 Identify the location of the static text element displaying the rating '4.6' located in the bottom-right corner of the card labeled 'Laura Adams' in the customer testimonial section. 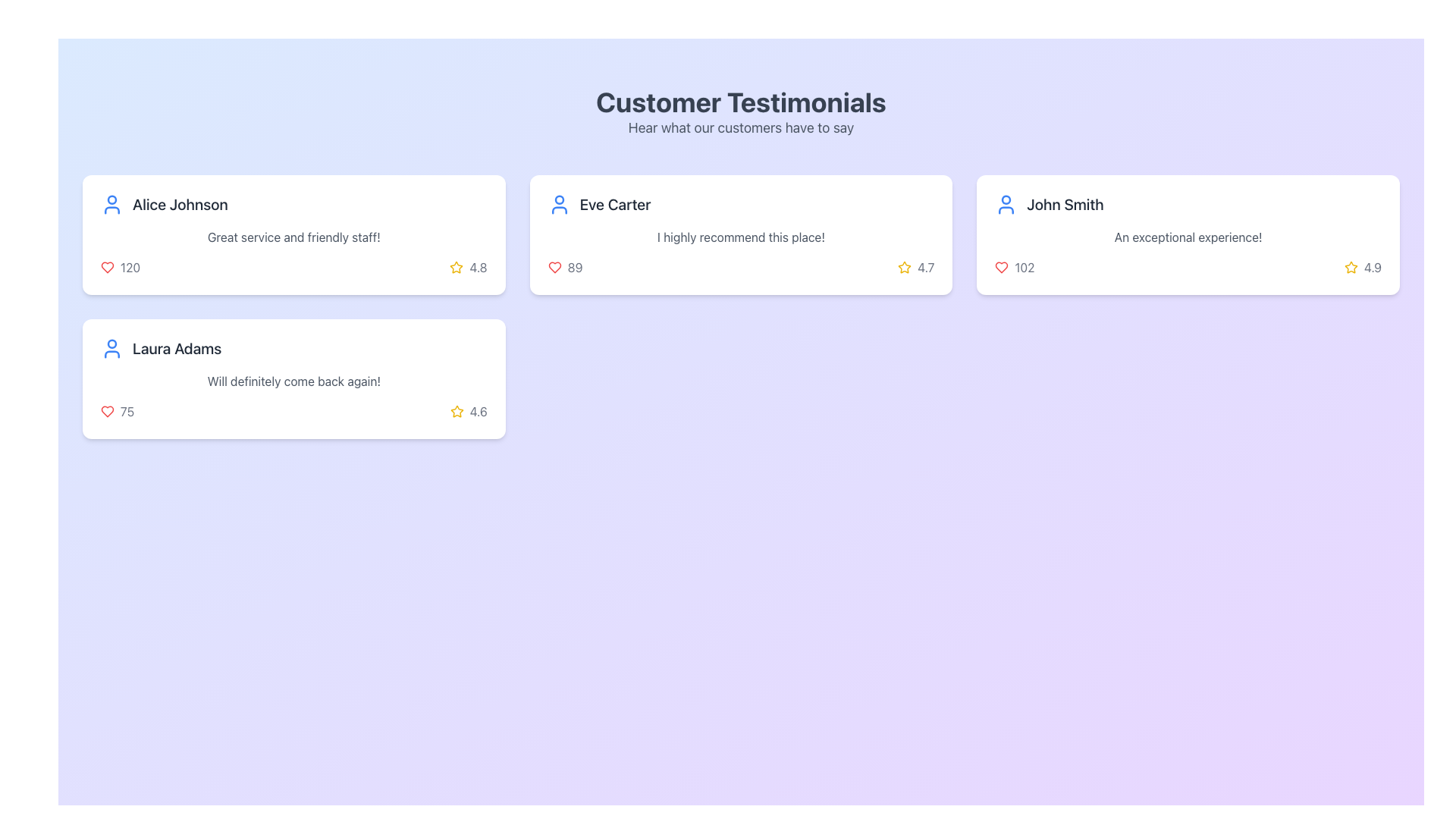
(478, 412).